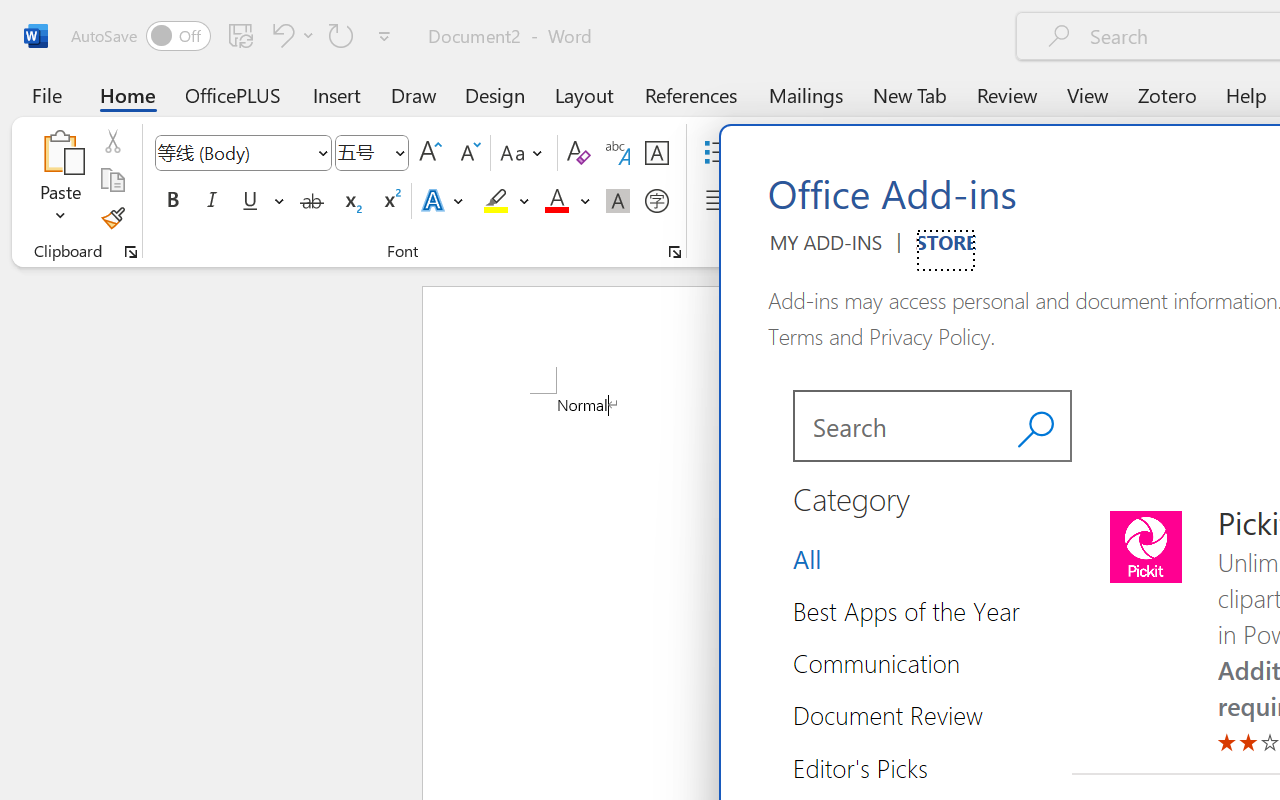 The width and height of the screenshot is (1280, 800). I want to click on 'Cut', so click(111, 141).